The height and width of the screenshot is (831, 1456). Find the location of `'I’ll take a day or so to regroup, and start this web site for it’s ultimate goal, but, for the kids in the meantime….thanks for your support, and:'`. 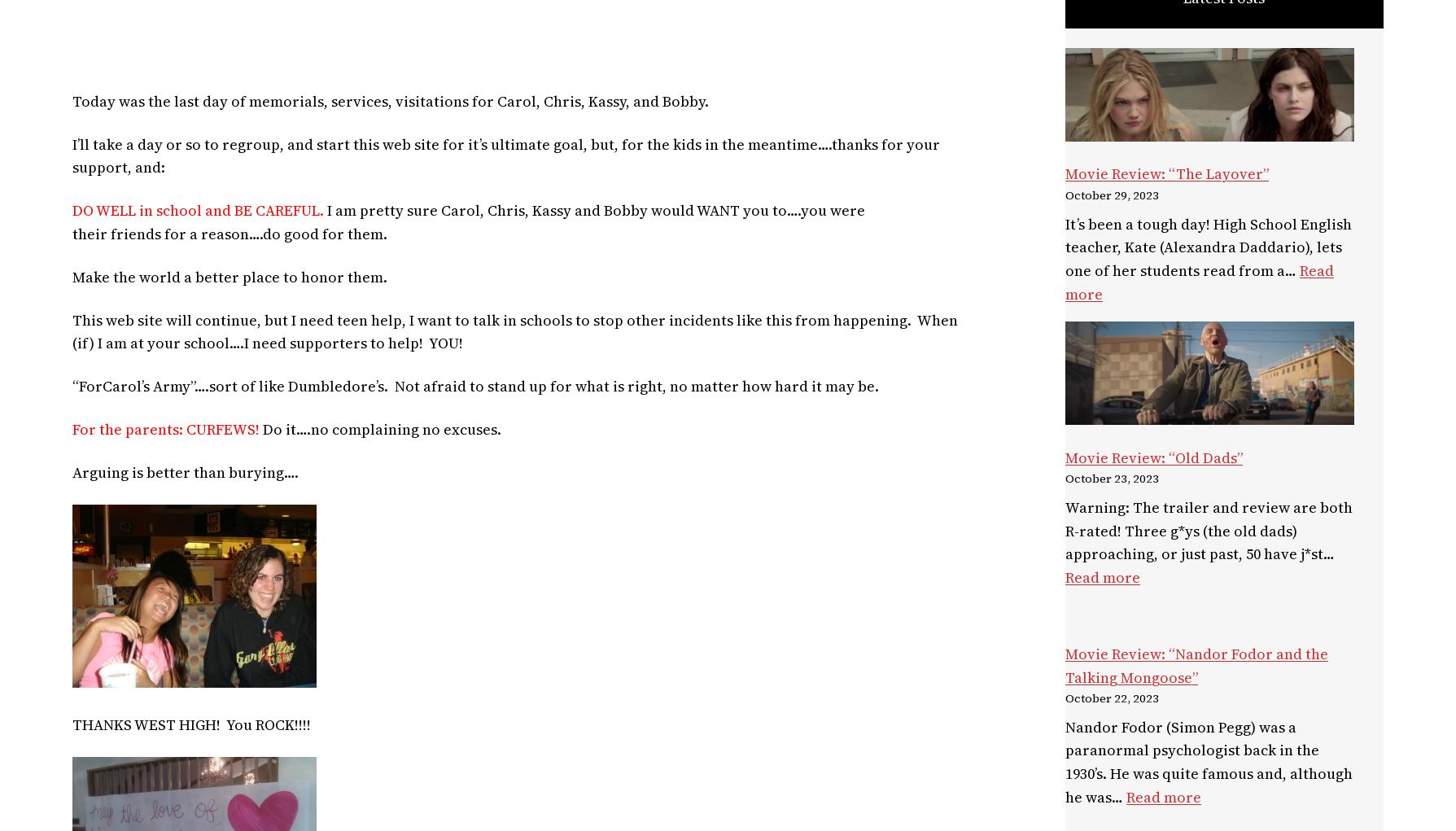

'I’ll take a day or so to regroup, and start this web site for it’s ultimate goal, but, for the kids in the meantime….thanks for your support, and:' is located at coordinates (72, 155).